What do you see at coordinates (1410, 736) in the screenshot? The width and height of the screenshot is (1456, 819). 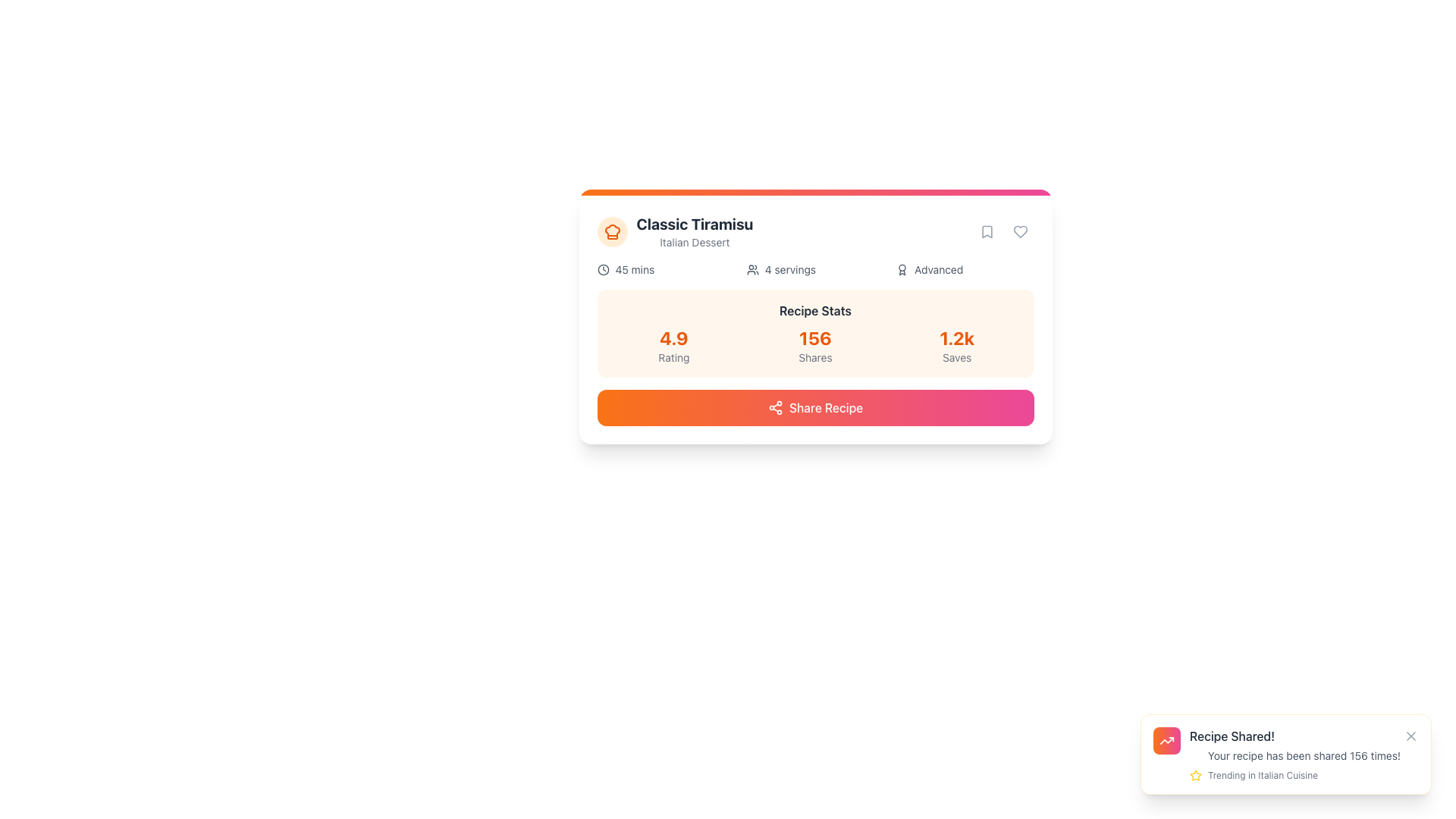 I see `the Close button (icon-based) which appears as an 'X' icon located in the top-right corner of the 'Recipe Shared!' notification card` at bounding box center [1410, 736].